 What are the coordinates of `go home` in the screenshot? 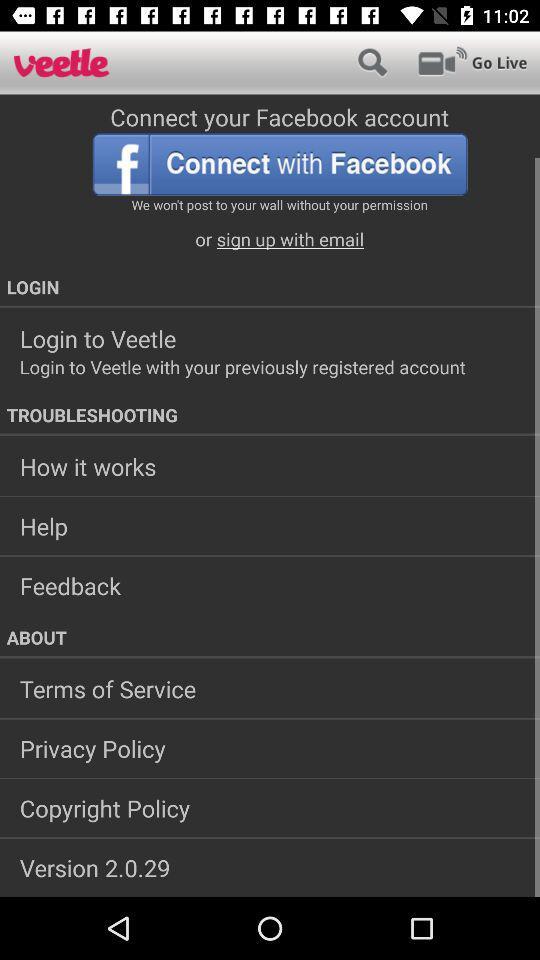 It's located at (61, 62).